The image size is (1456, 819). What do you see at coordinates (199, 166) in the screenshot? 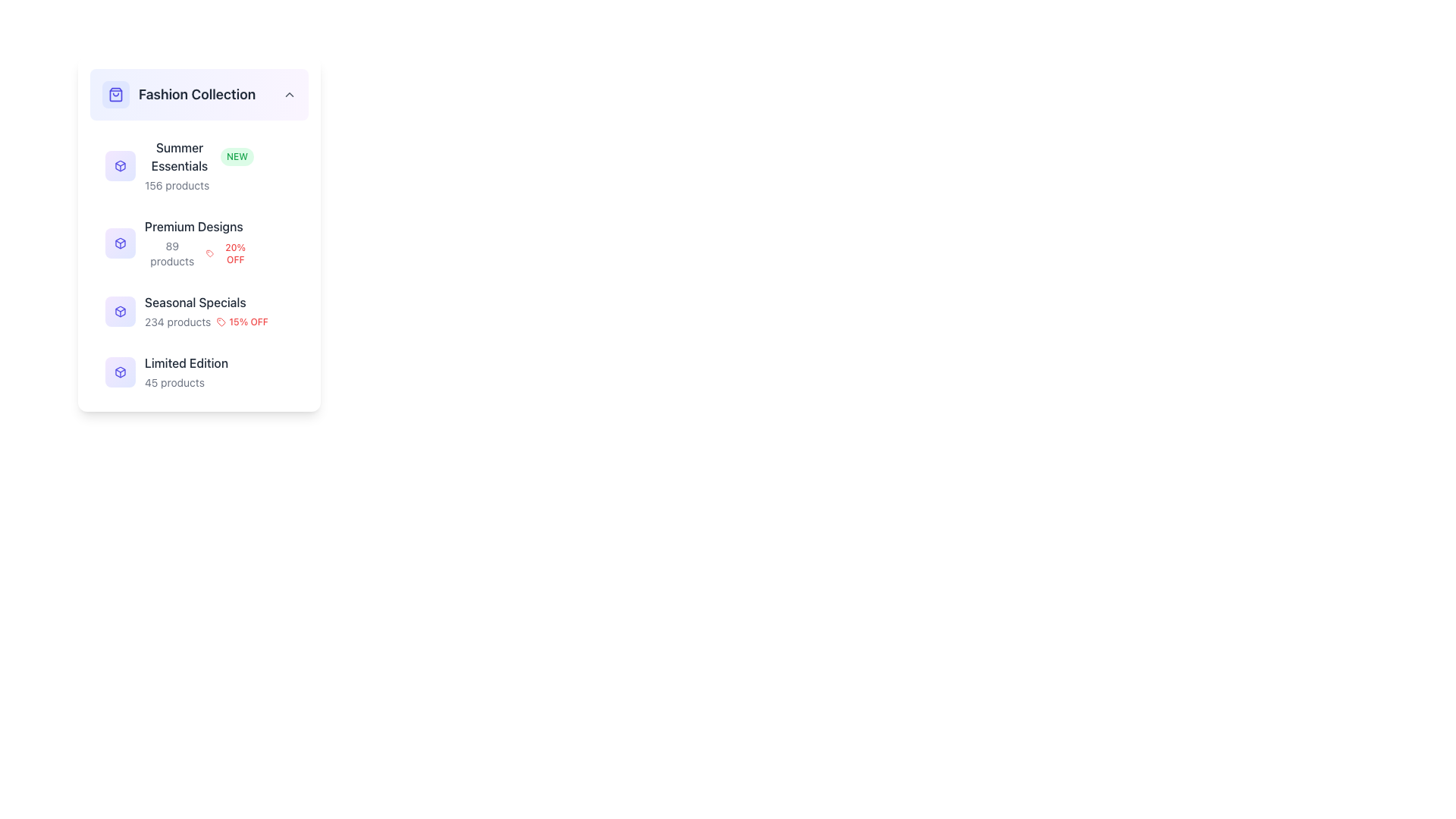
I see `the 'Summer Essentials' category listing with badge and count` at bounding box center [199, 166].